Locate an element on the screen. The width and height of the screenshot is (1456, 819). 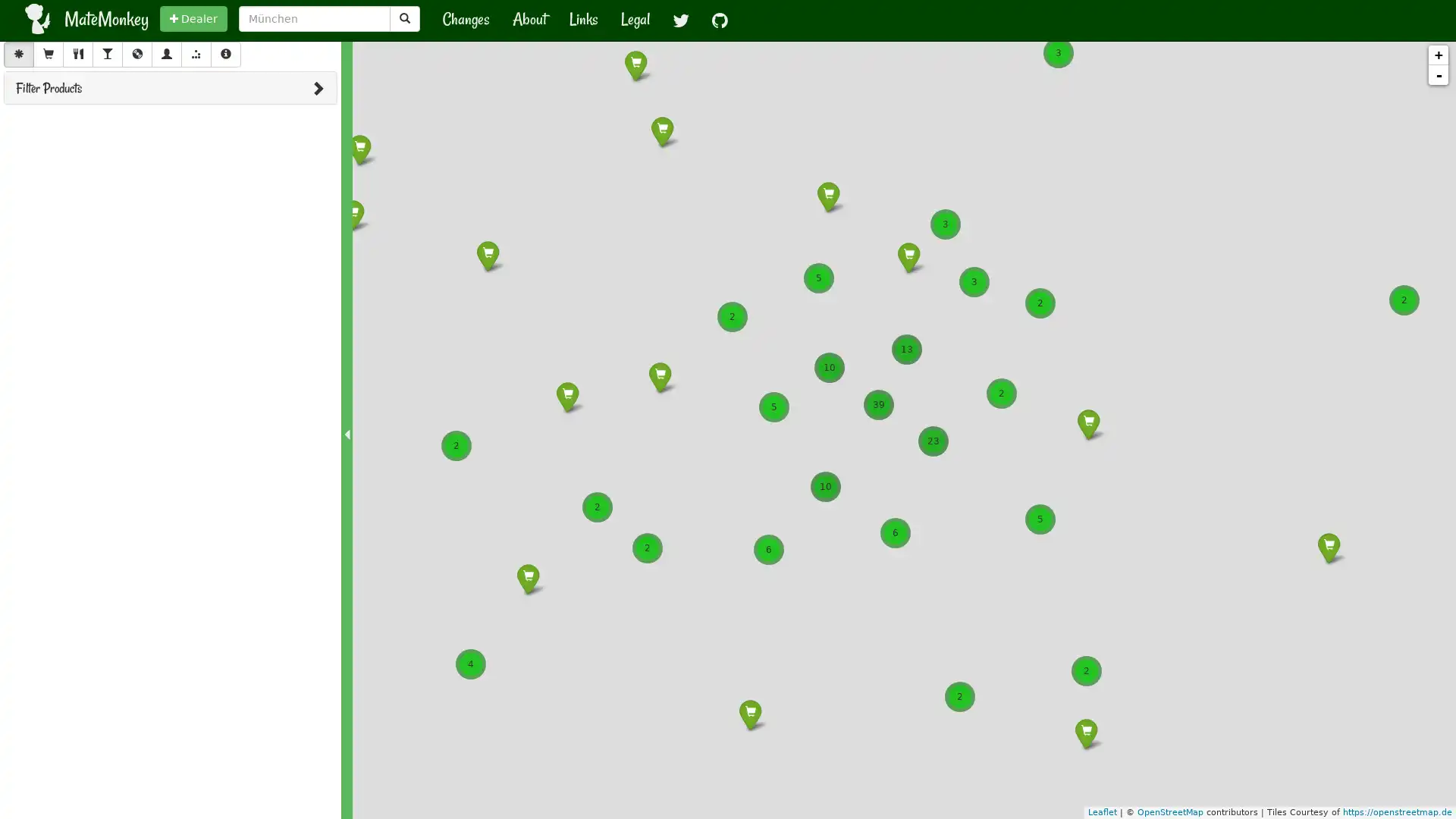
Dealer is located at coordinates (193, 18).